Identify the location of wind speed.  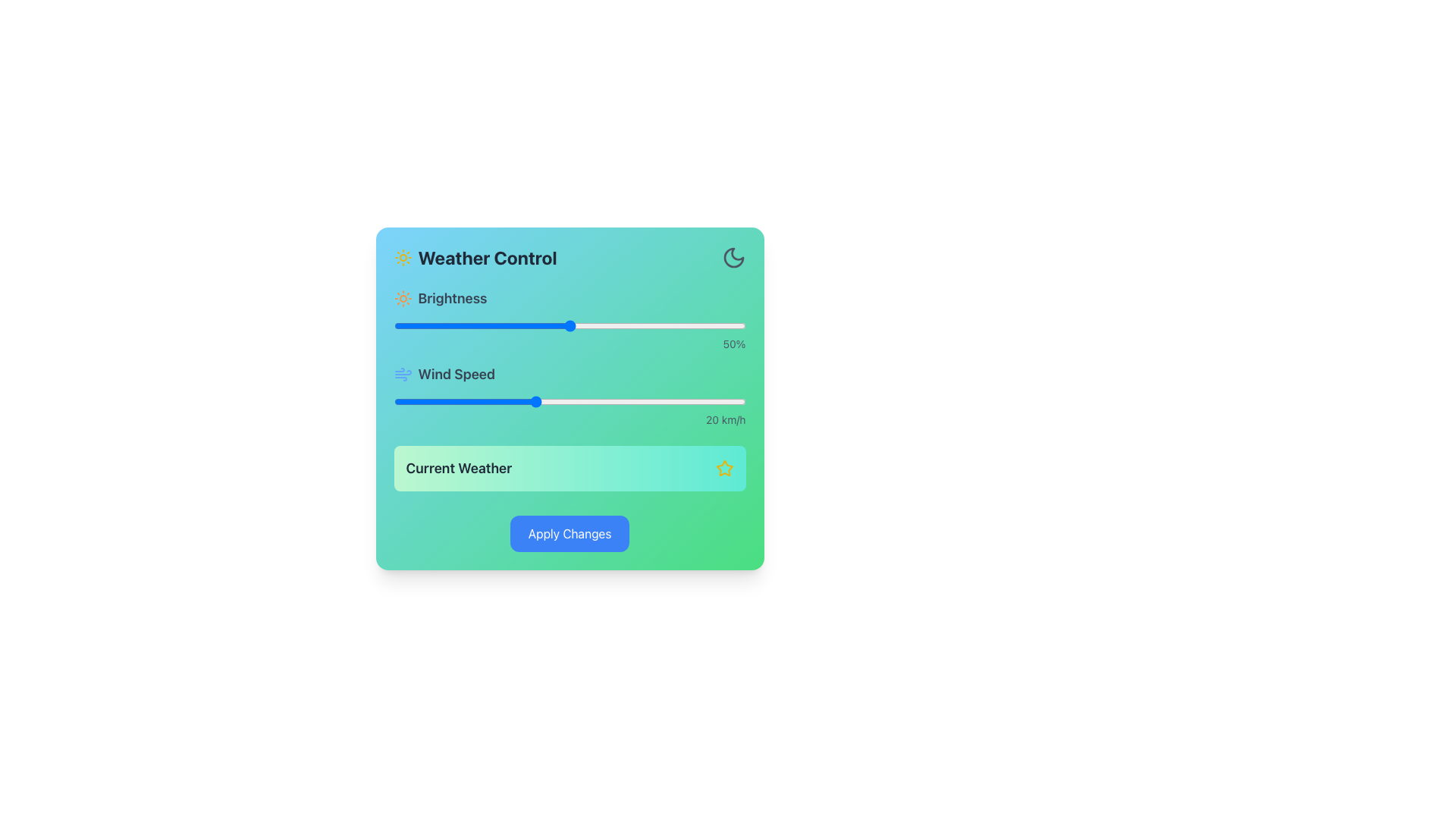
(640, 400).